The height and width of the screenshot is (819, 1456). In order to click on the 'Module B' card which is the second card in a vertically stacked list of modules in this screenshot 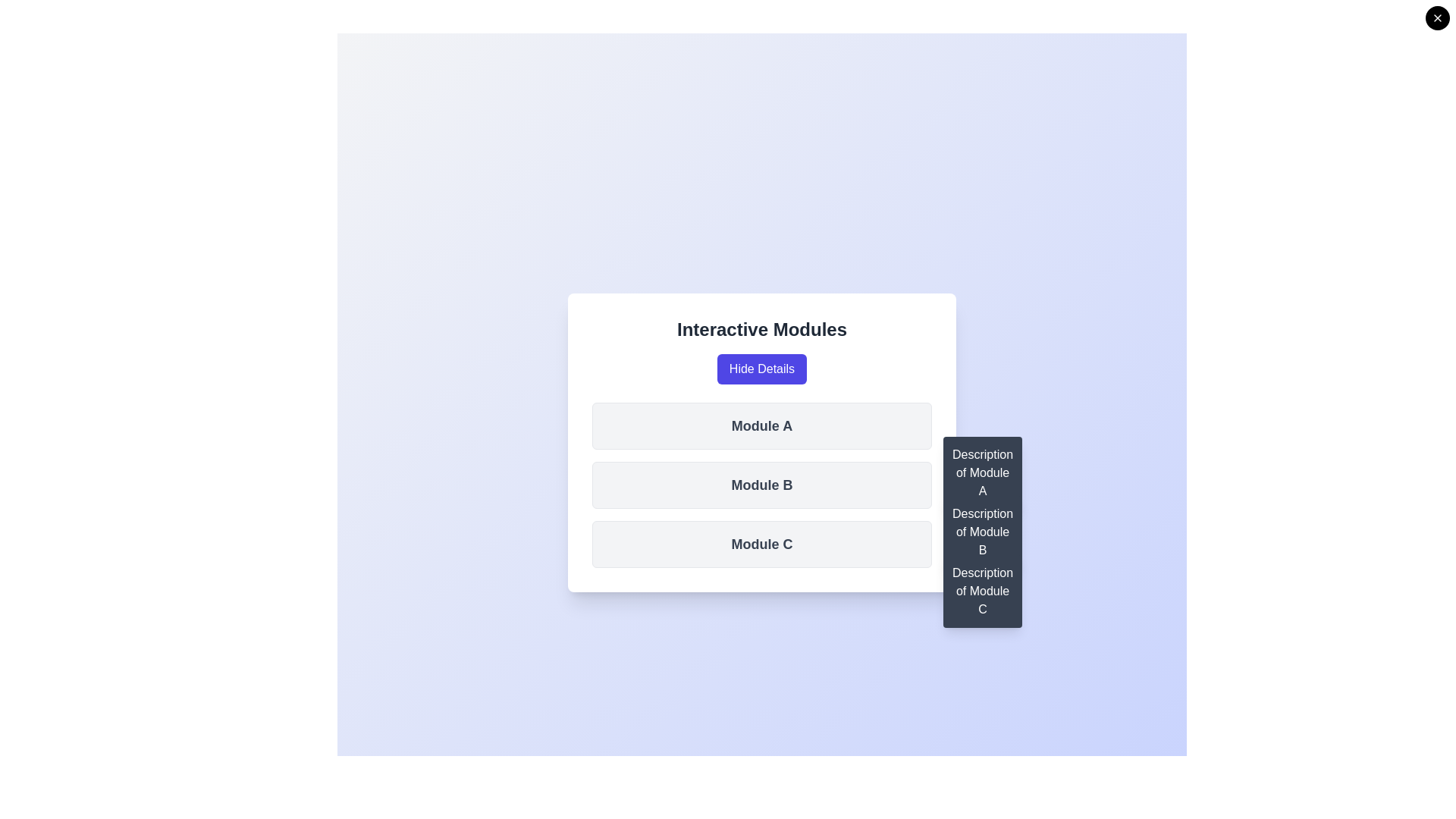, I will do `click(761, 485)`.